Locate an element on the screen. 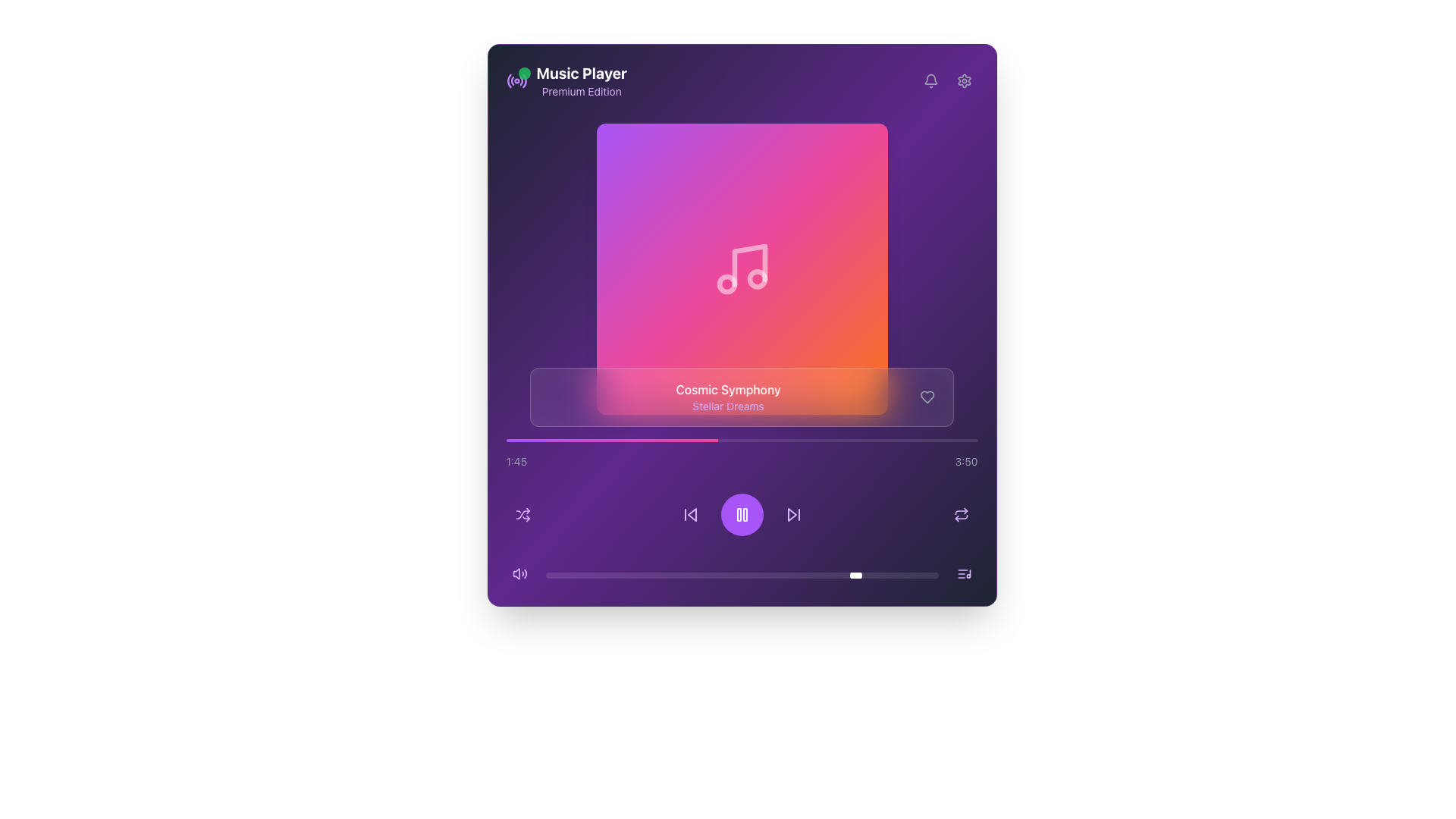 The height and width of the screenshot is (819, 1456). the white, semi-transparent music note SVG icon located at the center of a gradient background, surrounded by music player controls is located at coordinates (742, 268).